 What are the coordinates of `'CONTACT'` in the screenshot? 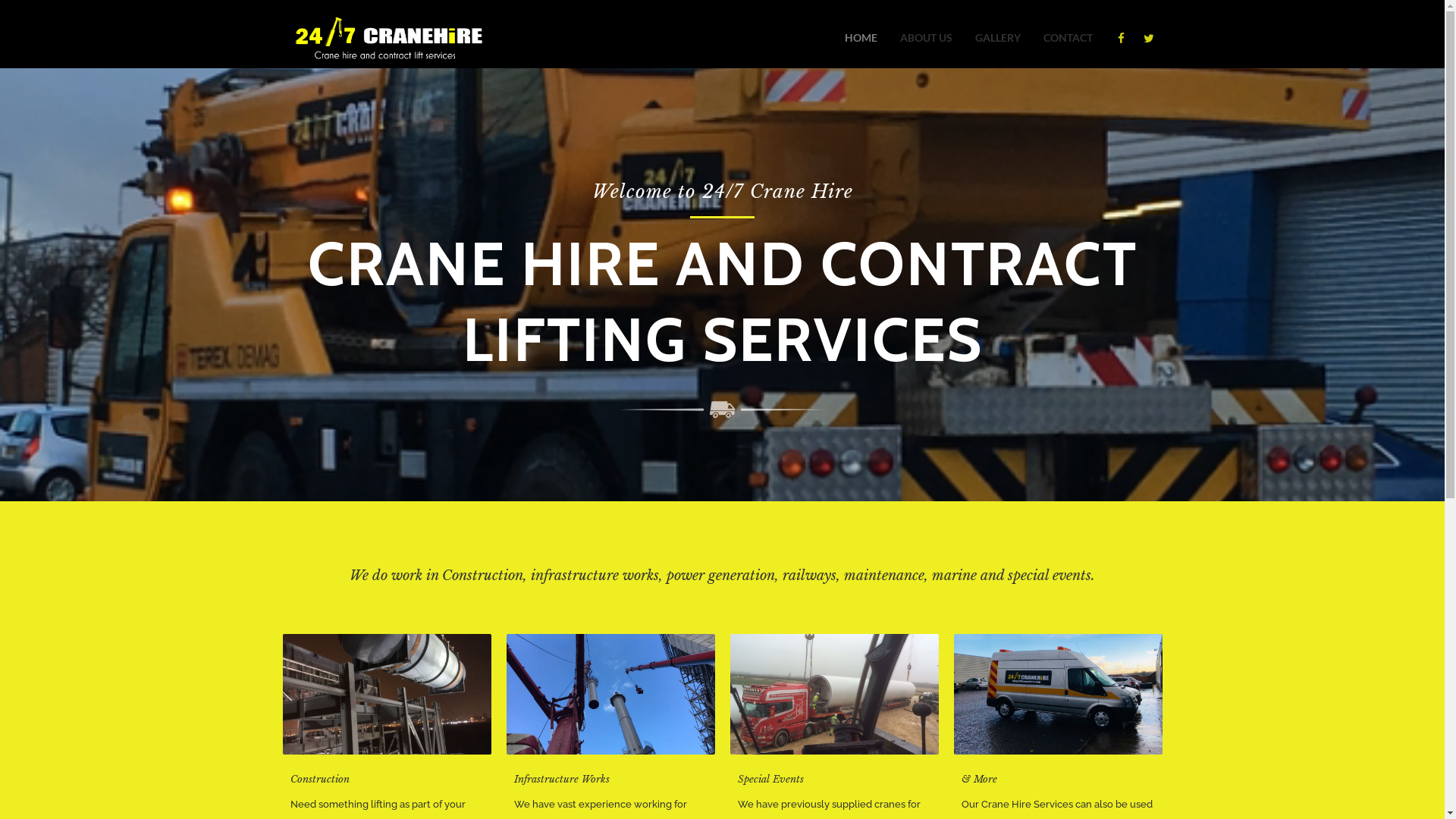 It's located at (1067, 37).